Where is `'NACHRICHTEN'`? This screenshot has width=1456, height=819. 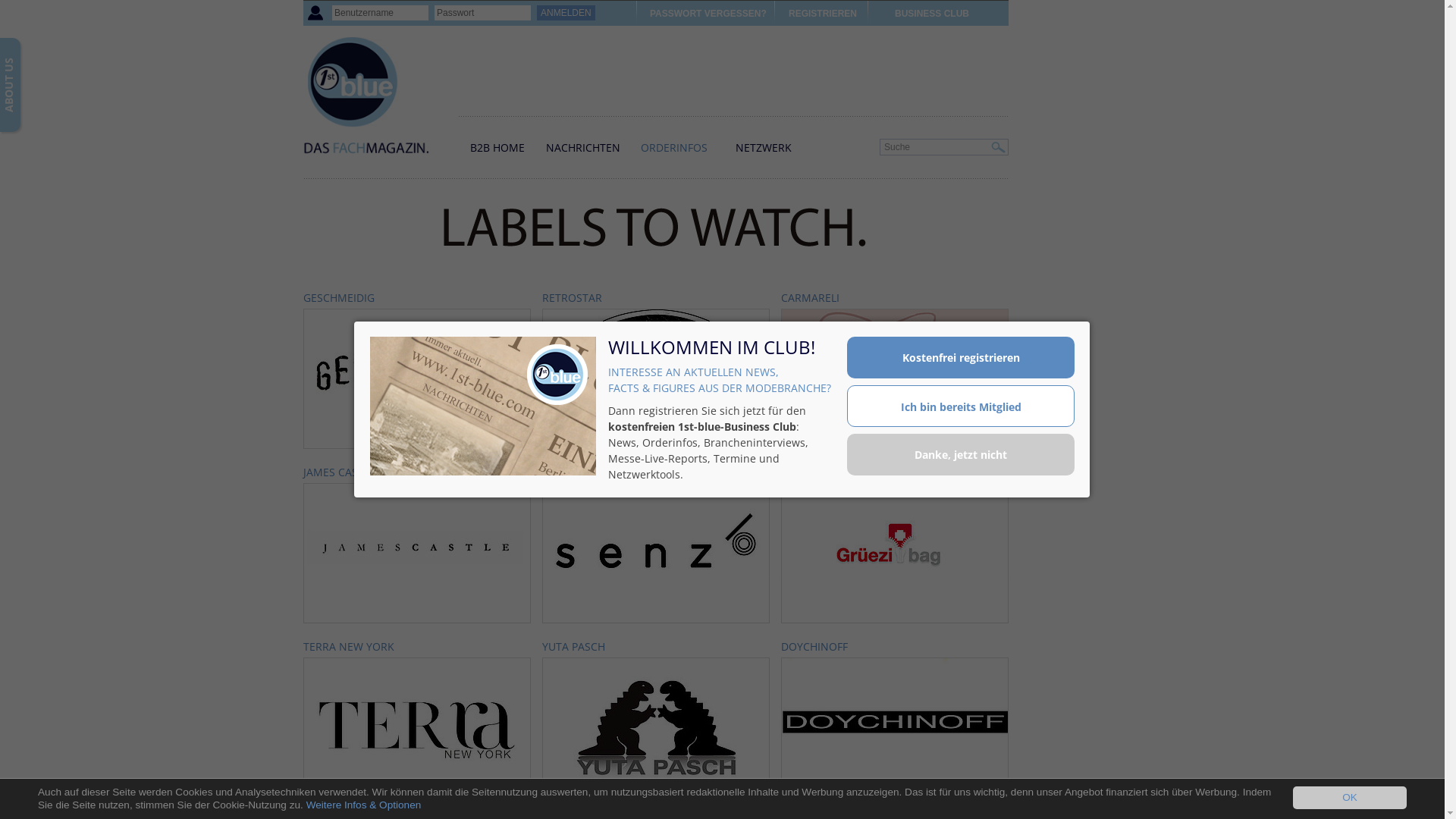 'NACHRICHTEN' is located at coordinates (582, 147).